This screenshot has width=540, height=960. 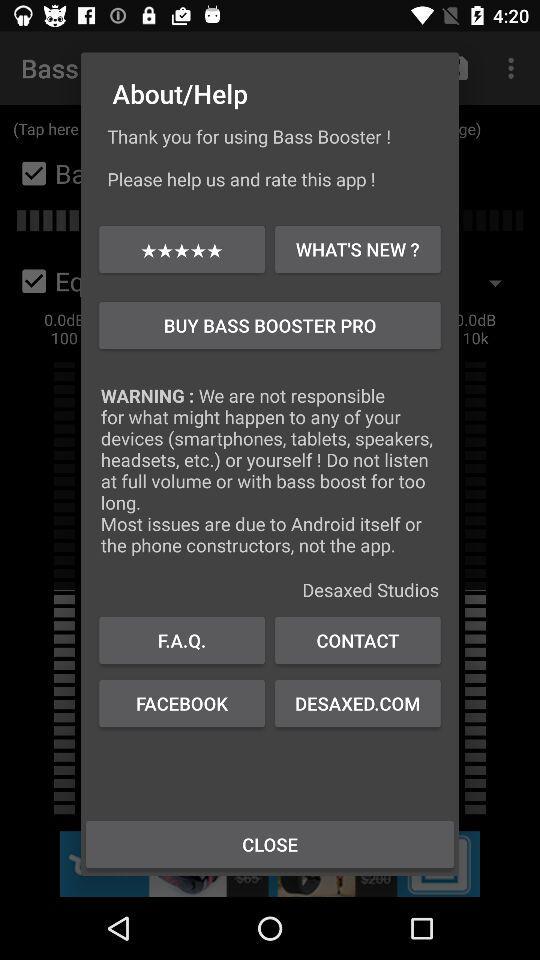 What do you see at coordinates (182, 639) in the screenshot?
I see `item above facebook item` at bounding box center [182, 639].